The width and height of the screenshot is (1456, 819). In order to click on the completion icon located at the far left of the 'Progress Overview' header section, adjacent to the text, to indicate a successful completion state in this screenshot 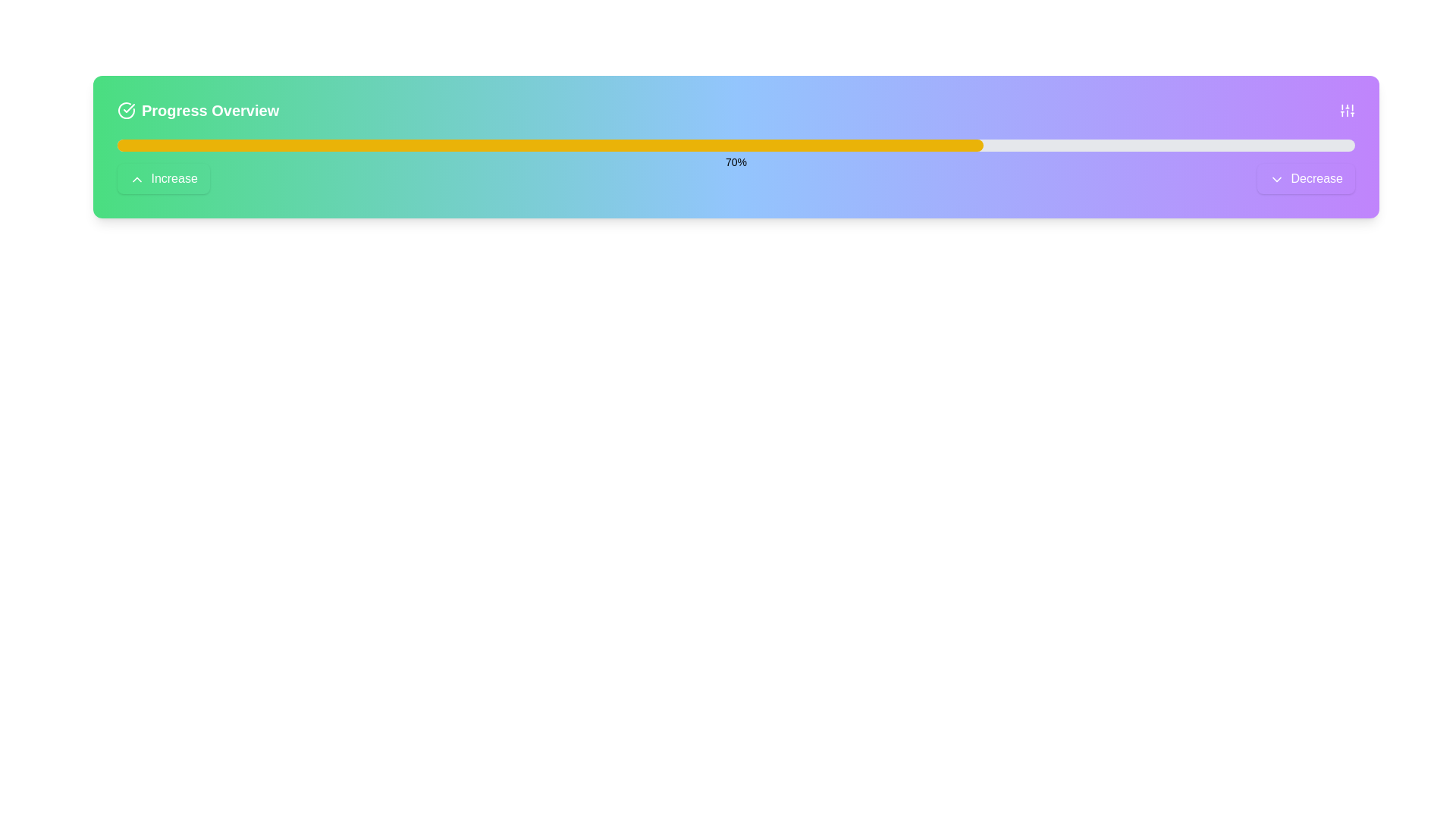, I will do `click(127, 110)`.